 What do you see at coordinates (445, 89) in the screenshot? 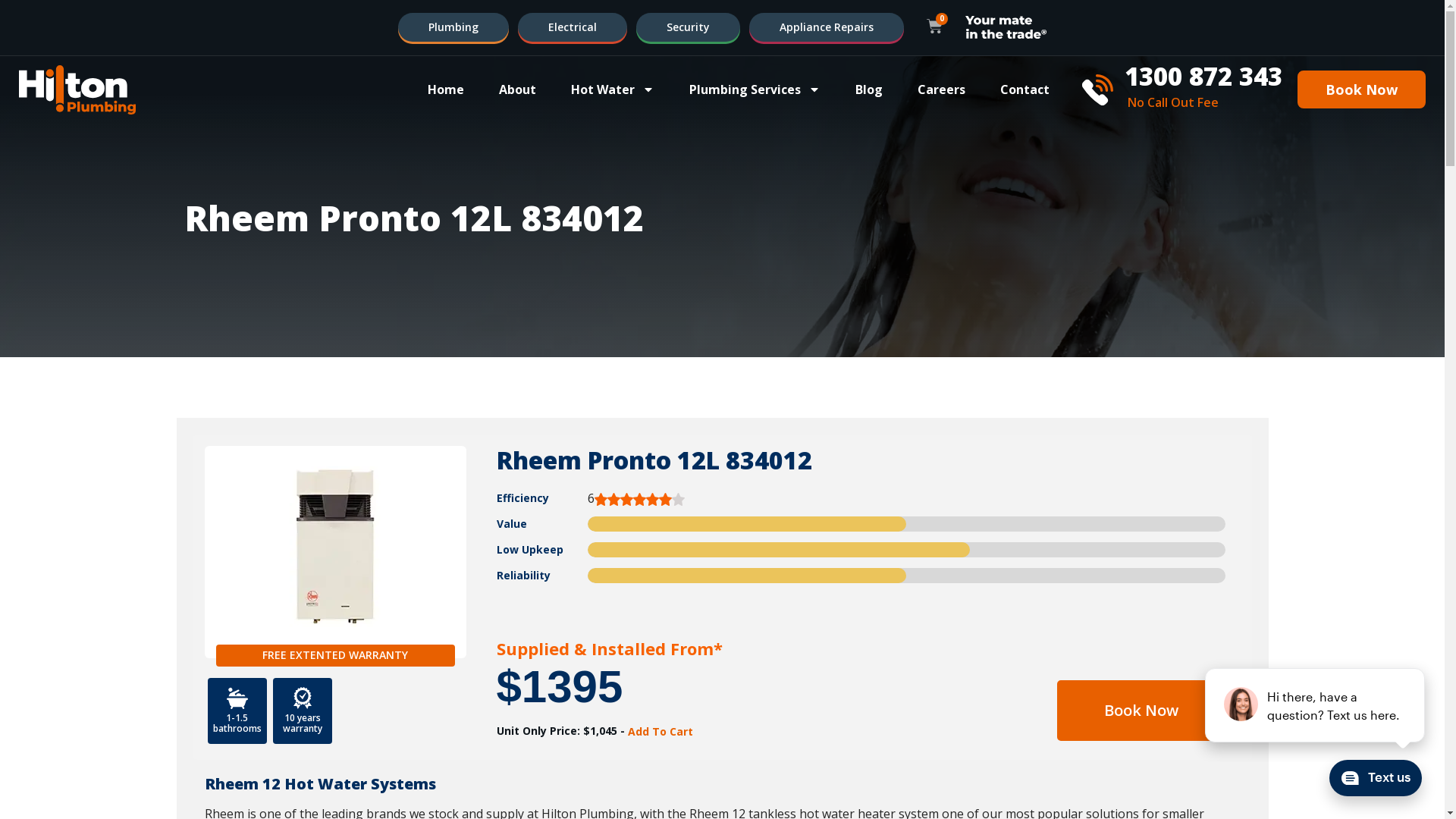
I see `'Home'` at bounding box center [445, 89].